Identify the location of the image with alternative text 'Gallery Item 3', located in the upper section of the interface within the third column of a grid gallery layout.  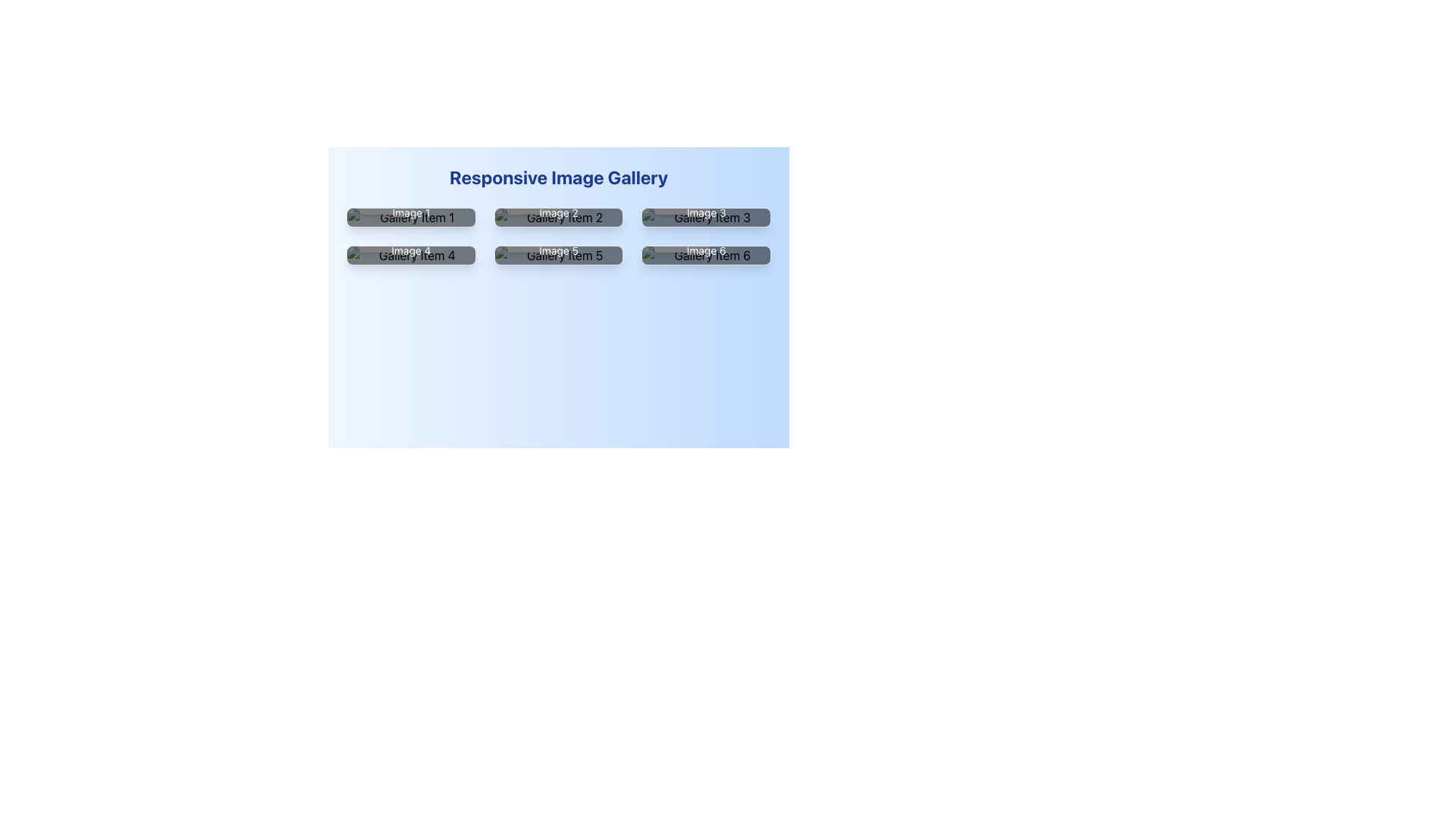
(705, 217).